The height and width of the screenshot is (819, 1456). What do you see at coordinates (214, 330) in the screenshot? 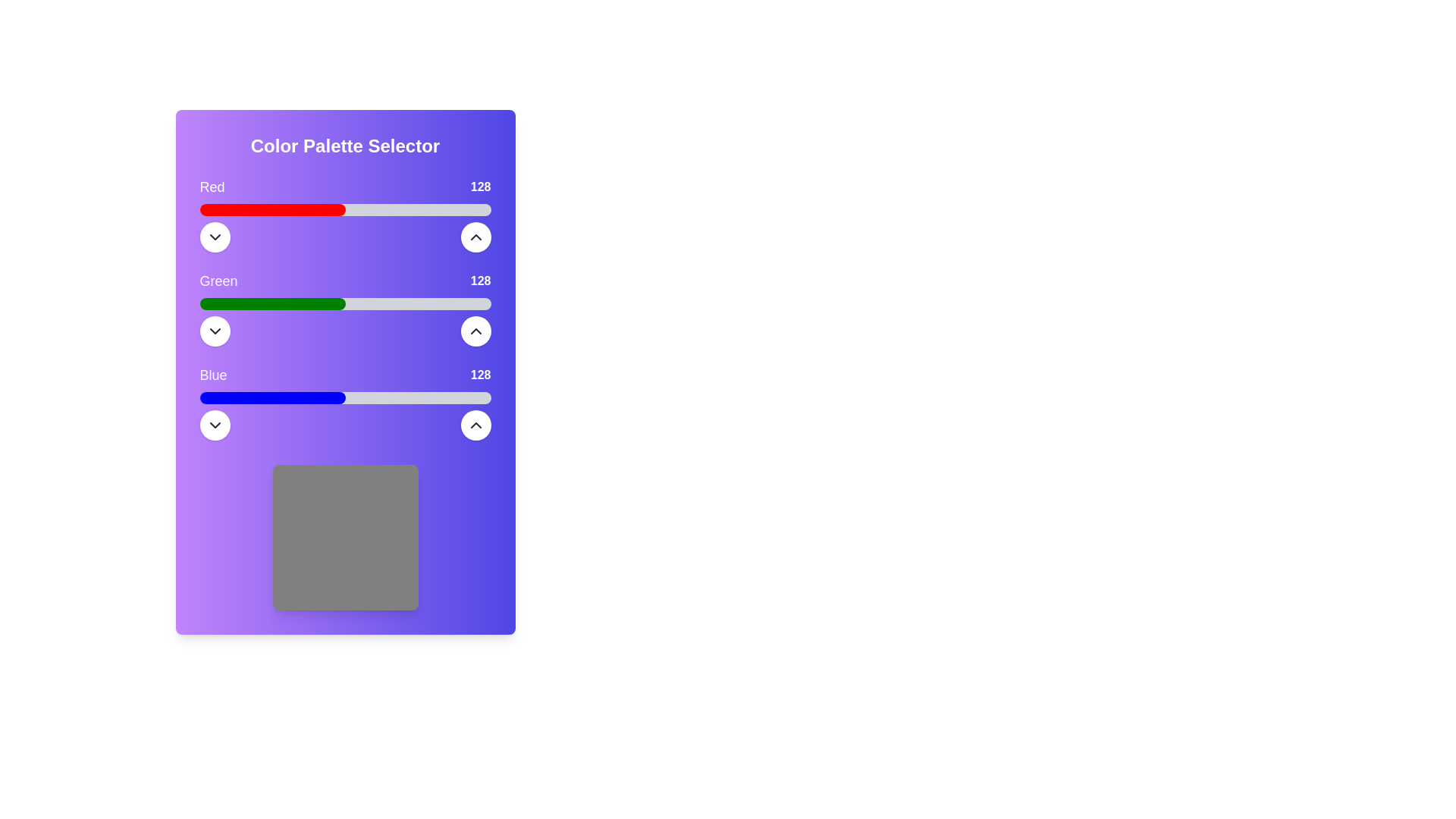
I see `the downward-pointing chevron icon located in the 'Green' group of the 'Color Palette Selector'` at bounding box center [214, 330].